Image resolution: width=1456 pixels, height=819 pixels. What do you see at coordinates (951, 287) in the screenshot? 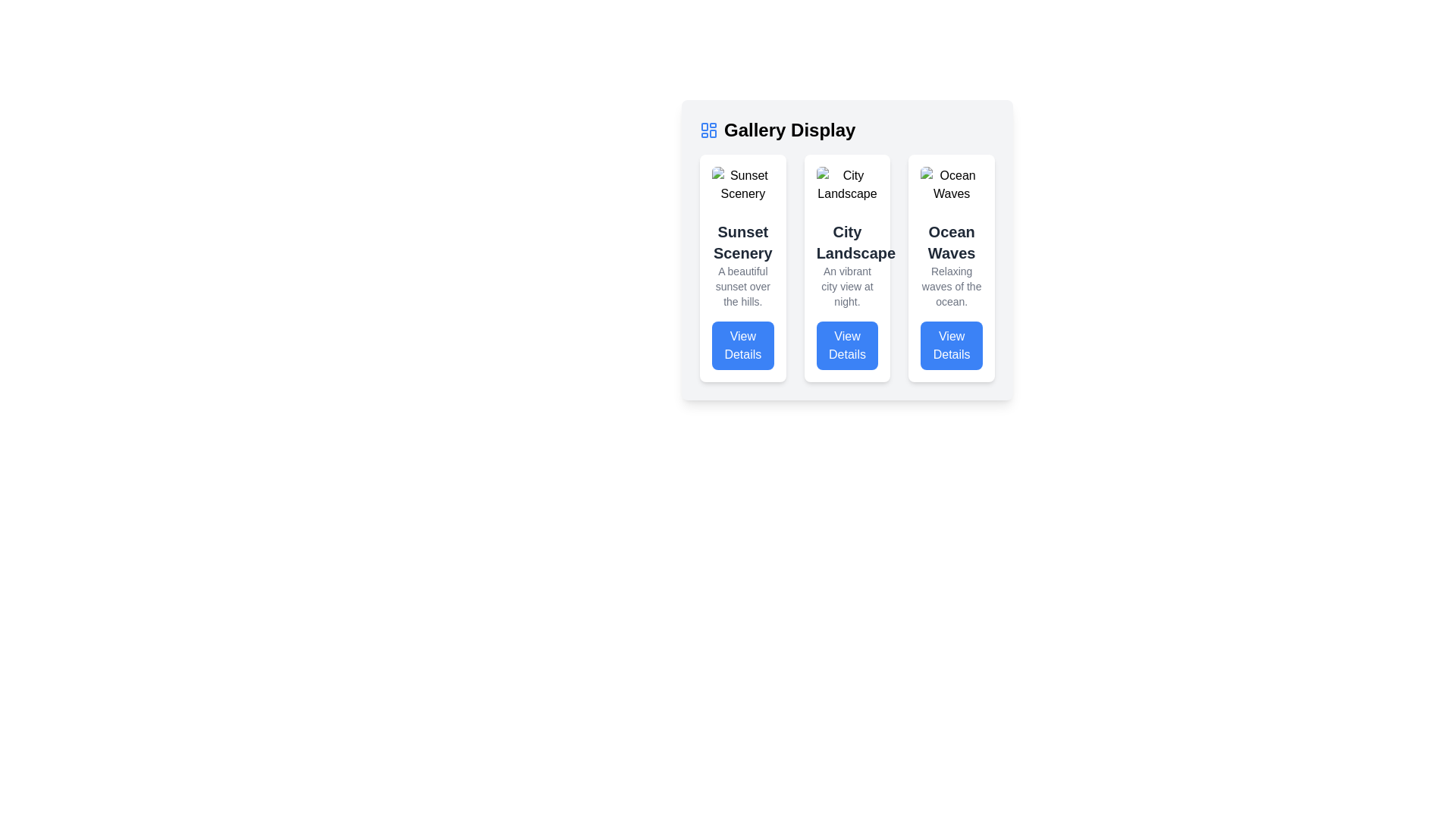
I see `the descriptive text label displaying 'Relaxing waves of the ocean.' which is located below the heading 'Ocean Waves' and above the 'View Details' button in the 'Ocean Waves' card component` at bounding box center [951, 287].